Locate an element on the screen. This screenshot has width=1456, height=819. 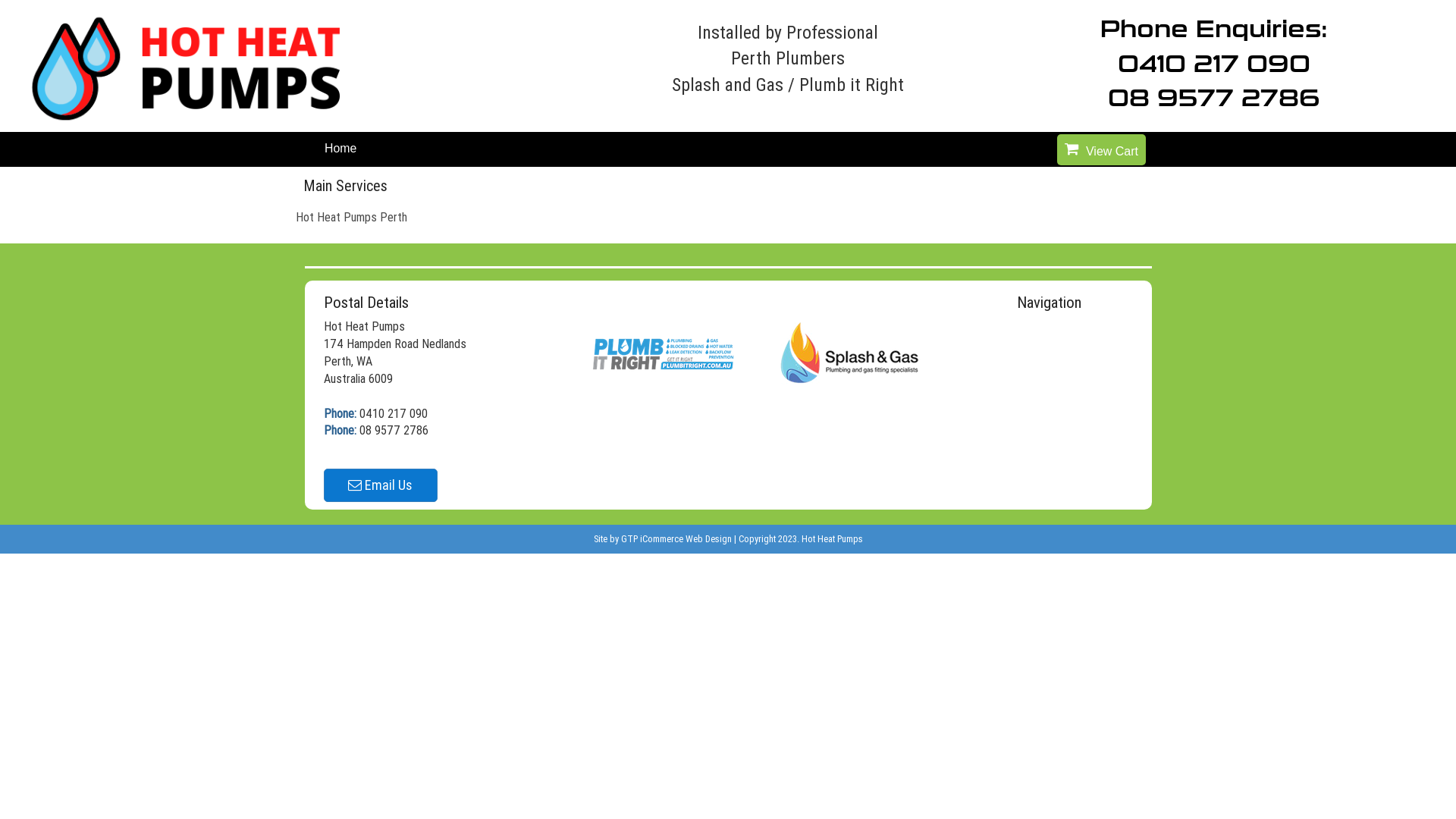
'Email Us' is located at coordinates (379, 485).